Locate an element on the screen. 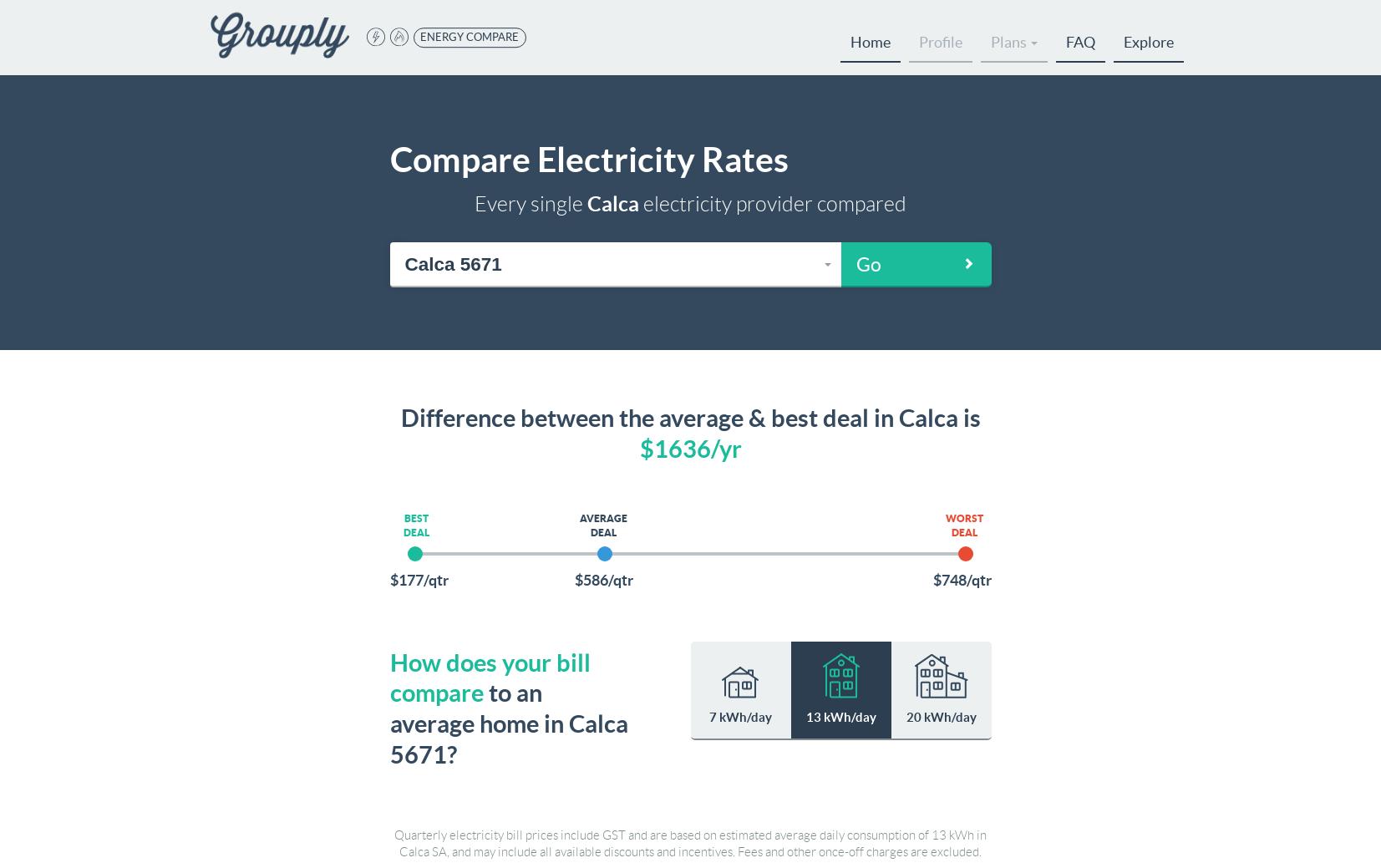 The width and height of the screenshot is (1381, 868). 'Quarterly electricity bill prices include GST and are based on estimated average daily consumption of' is located at coordinates (662, 834).